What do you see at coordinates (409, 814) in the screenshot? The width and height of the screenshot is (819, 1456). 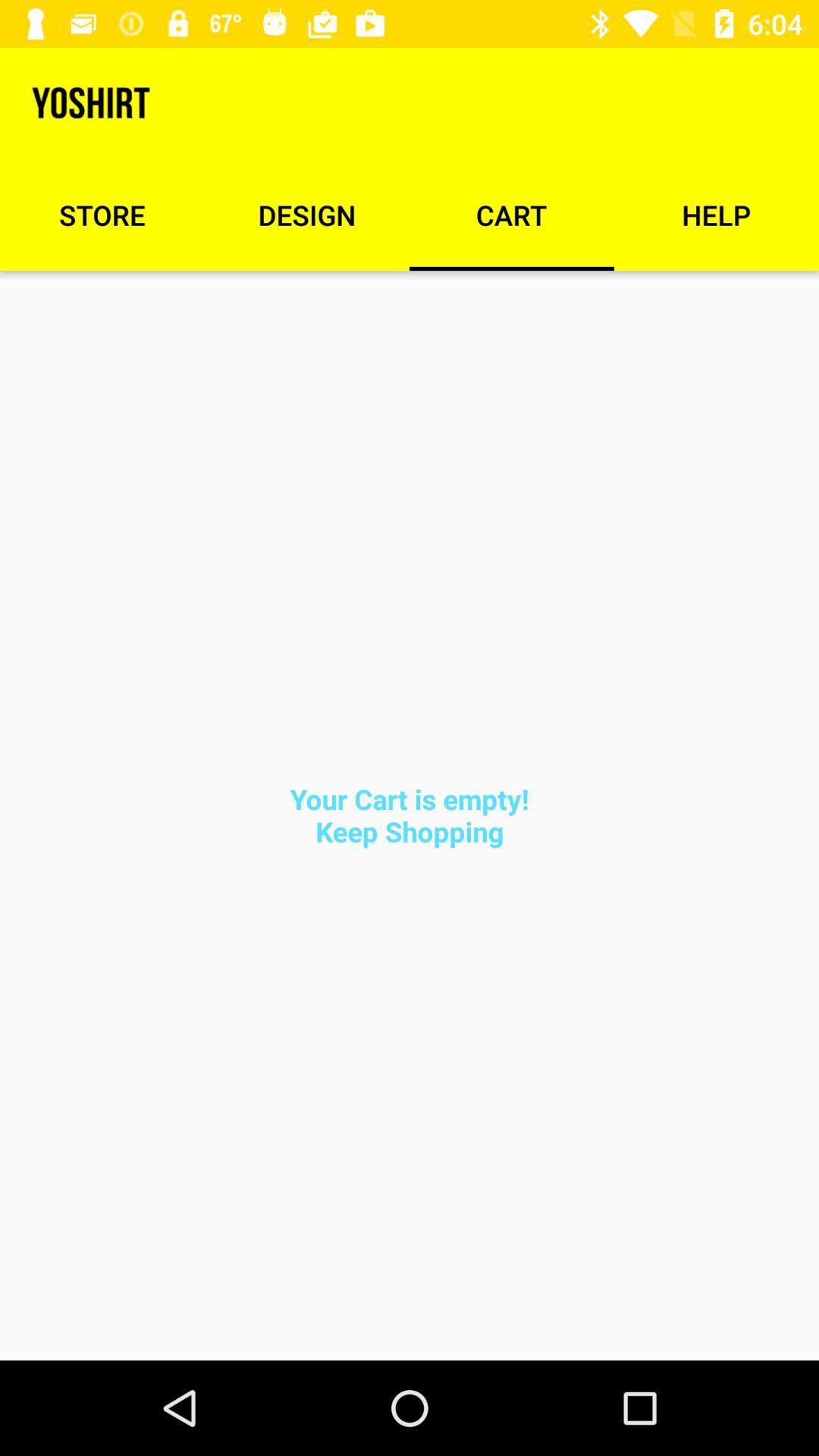 I see `the your cart is item` at bounding box center [409, 814].